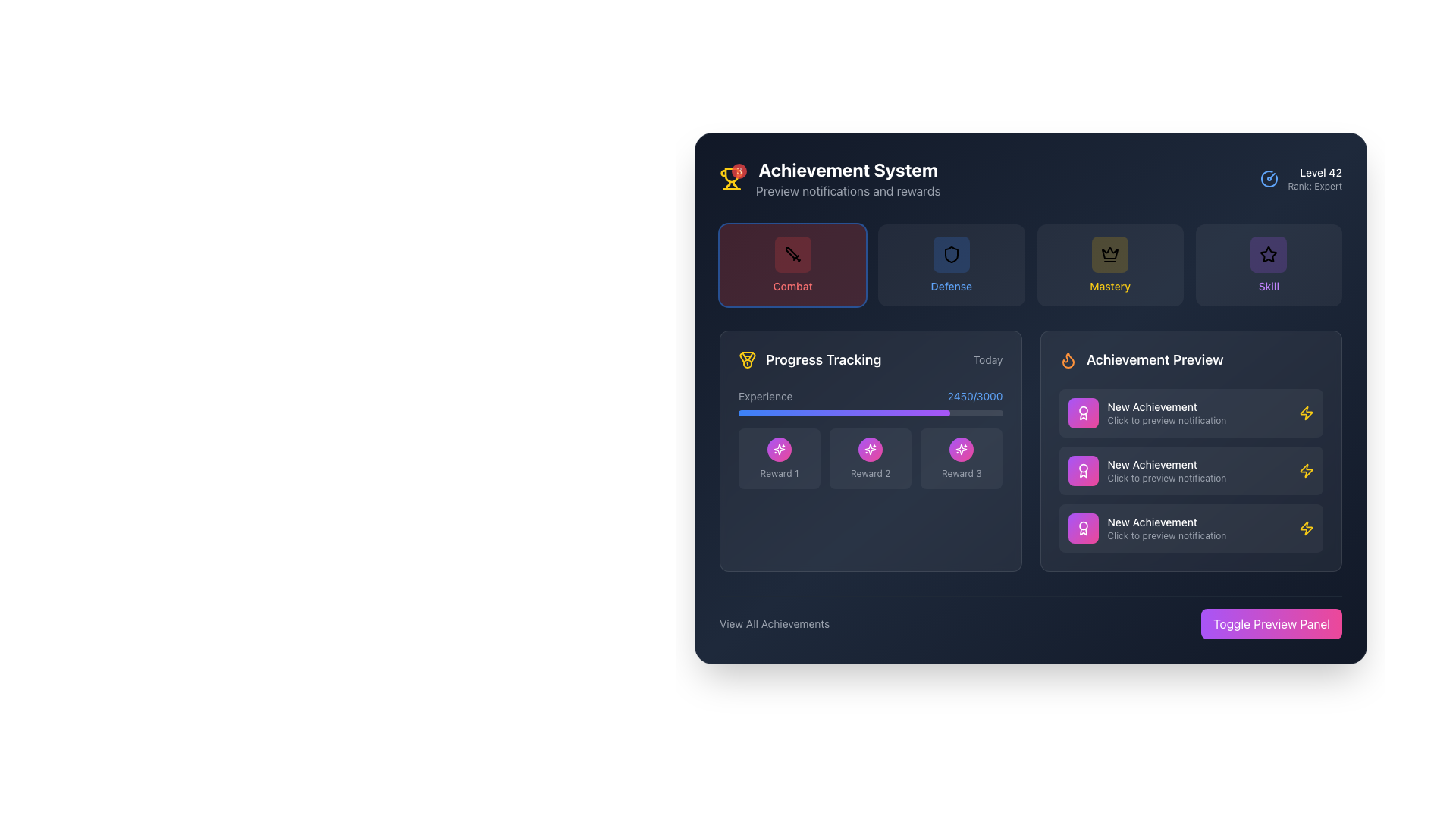  I want to click on the circular button with a gradient background transitioning from purple to pink located in the middle of the 'Progress Tracking' section, so click(871, 449).